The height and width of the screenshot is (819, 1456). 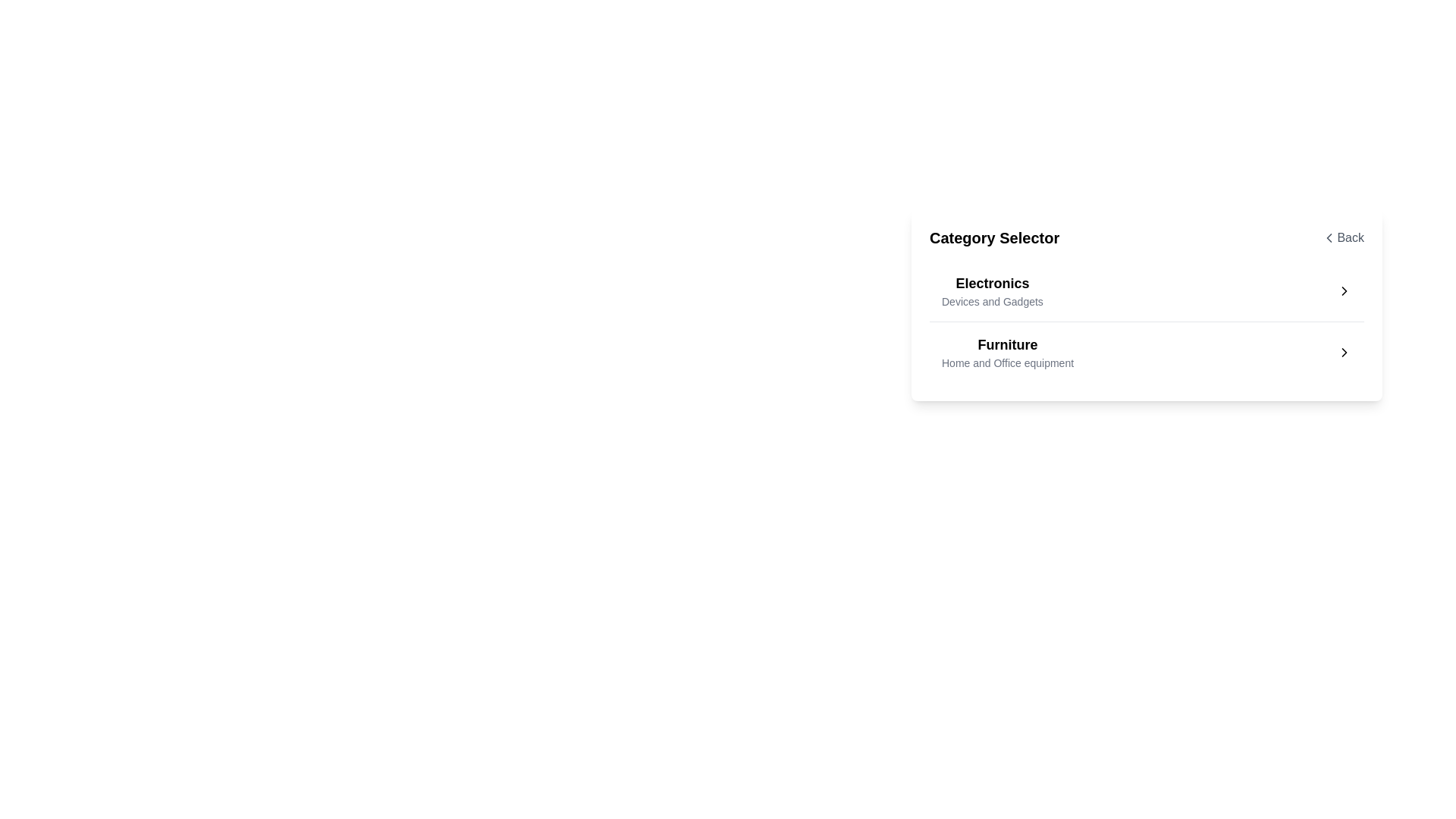 What do you see at coordinates (992, 284) in the screenshot?
I see `text label indicating the category 'Electronics', which serves as a title for the section, located in the category selection interface above 'Furniture'` at bounding box center [992, 284].